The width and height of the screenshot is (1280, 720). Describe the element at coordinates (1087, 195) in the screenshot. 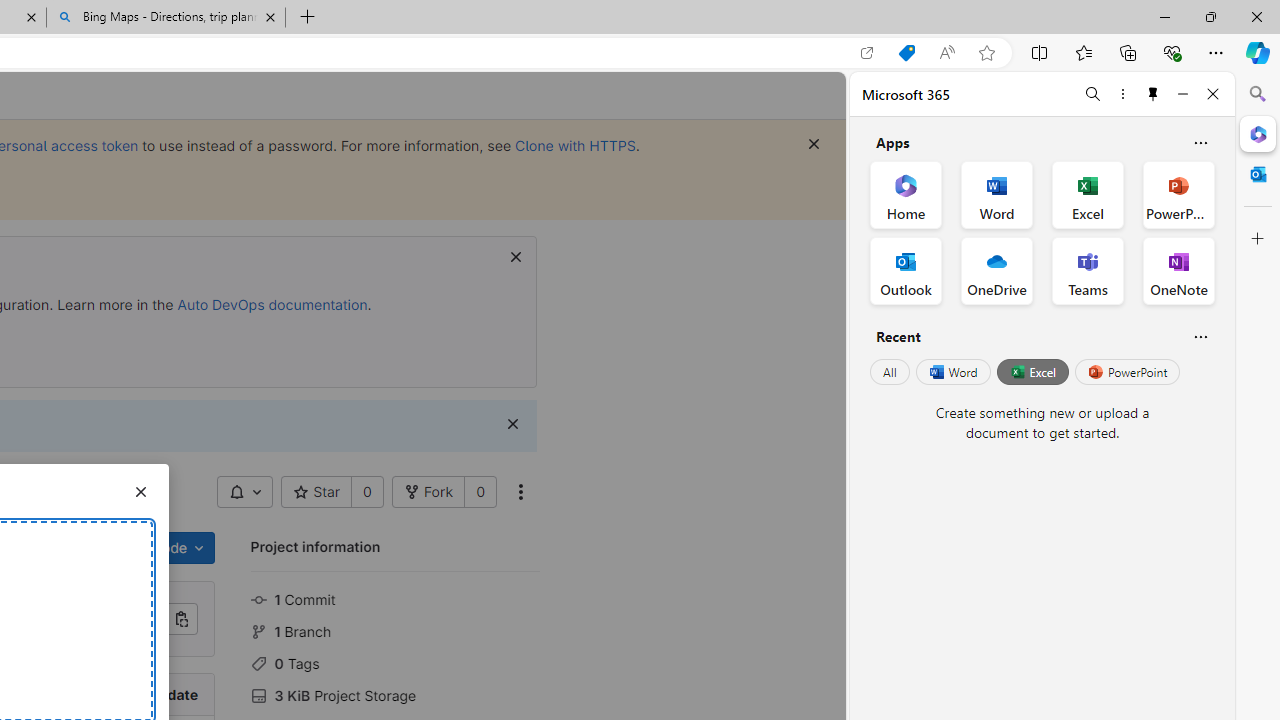

I see `'Excel Office App'` at that location.